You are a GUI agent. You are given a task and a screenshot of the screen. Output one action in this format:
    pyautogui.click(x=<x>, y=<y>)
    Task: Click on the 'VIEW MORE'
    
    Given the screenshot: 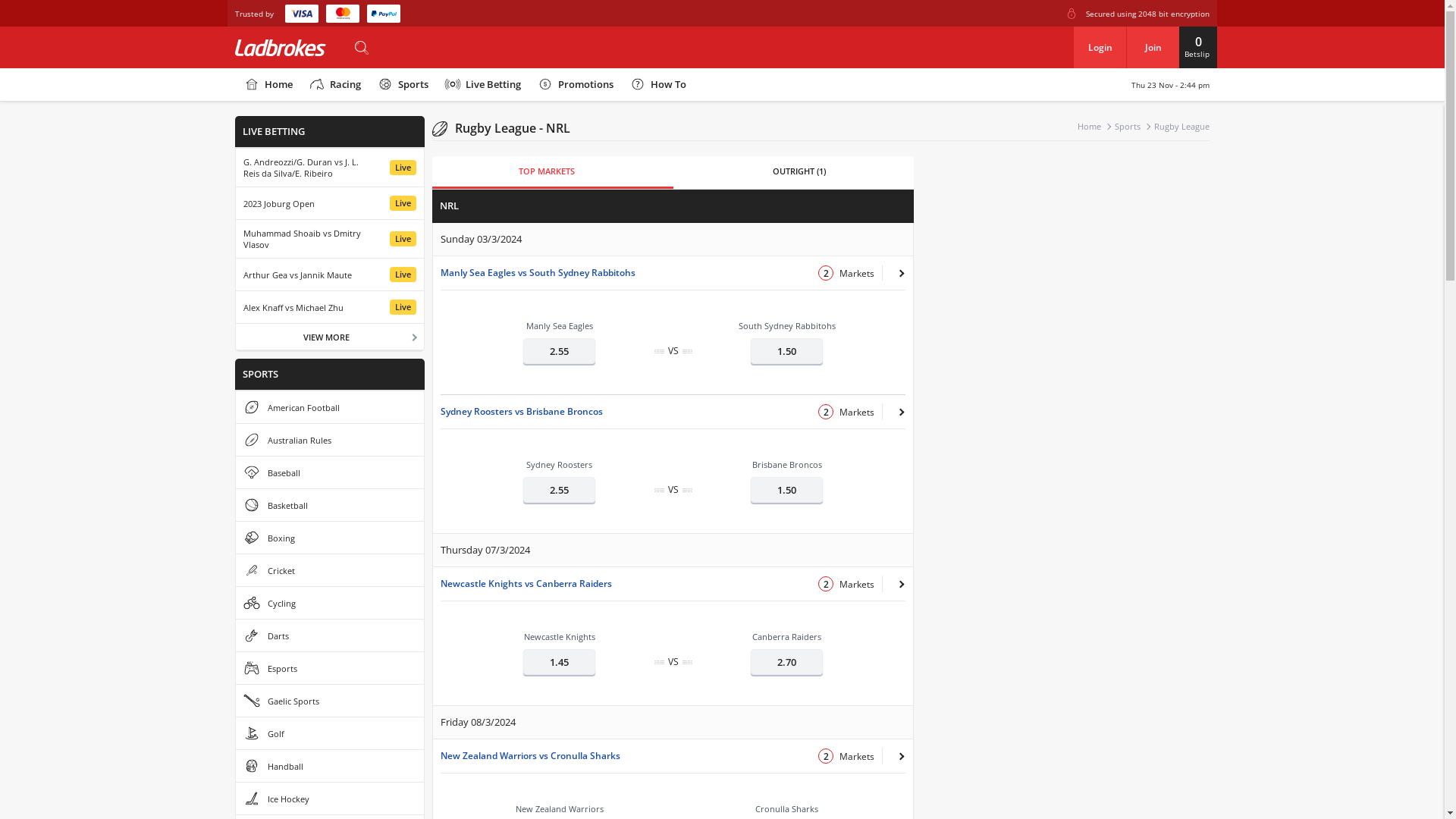 What is the action you would take?
    pyautogui.click(x=235, y=335)
    